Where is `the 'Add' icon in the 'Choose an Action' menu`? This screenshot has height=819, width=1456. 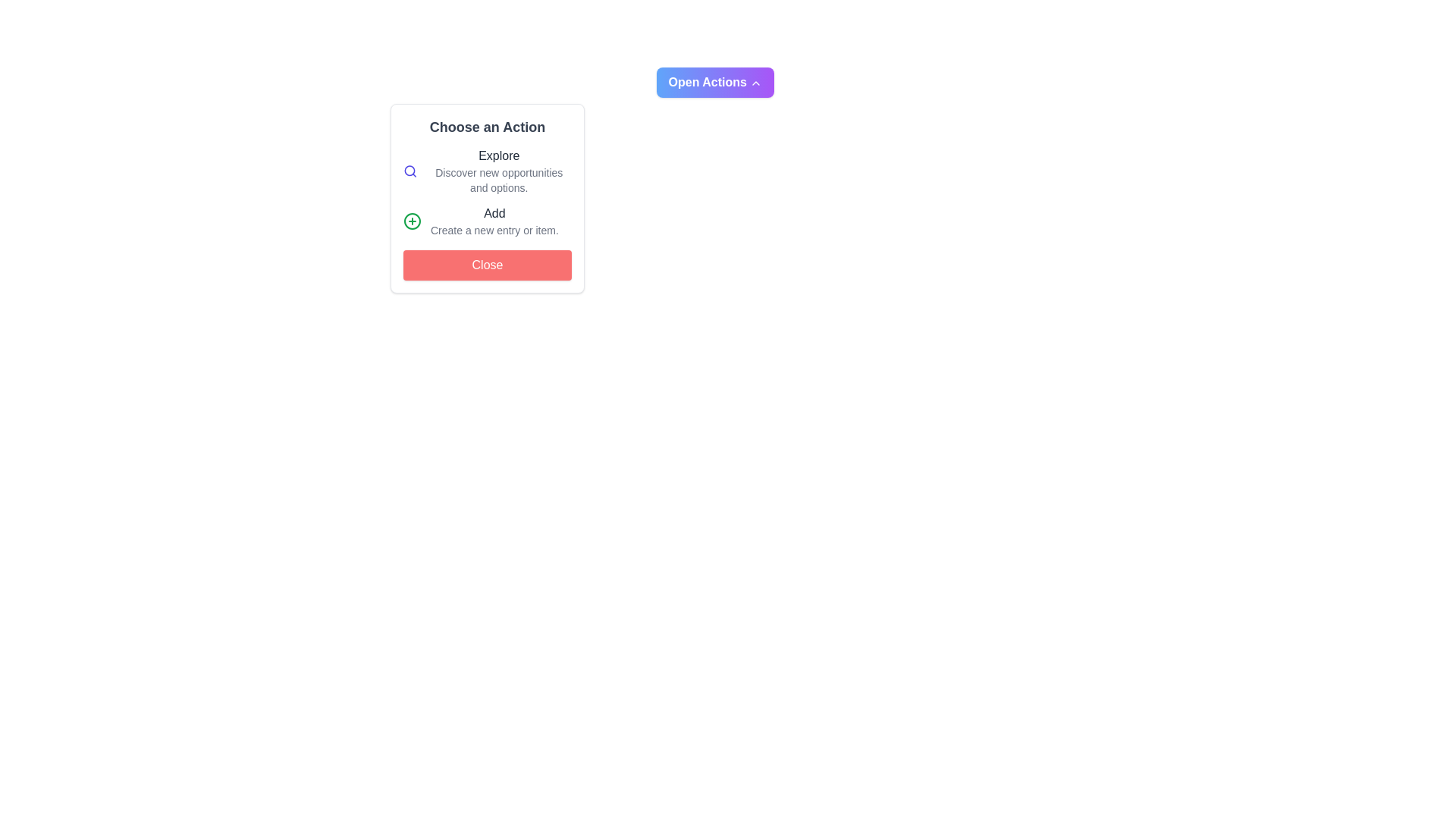 the 'Add' icon in the 'Choose an Action' menu is located at coordinates (412, 221).